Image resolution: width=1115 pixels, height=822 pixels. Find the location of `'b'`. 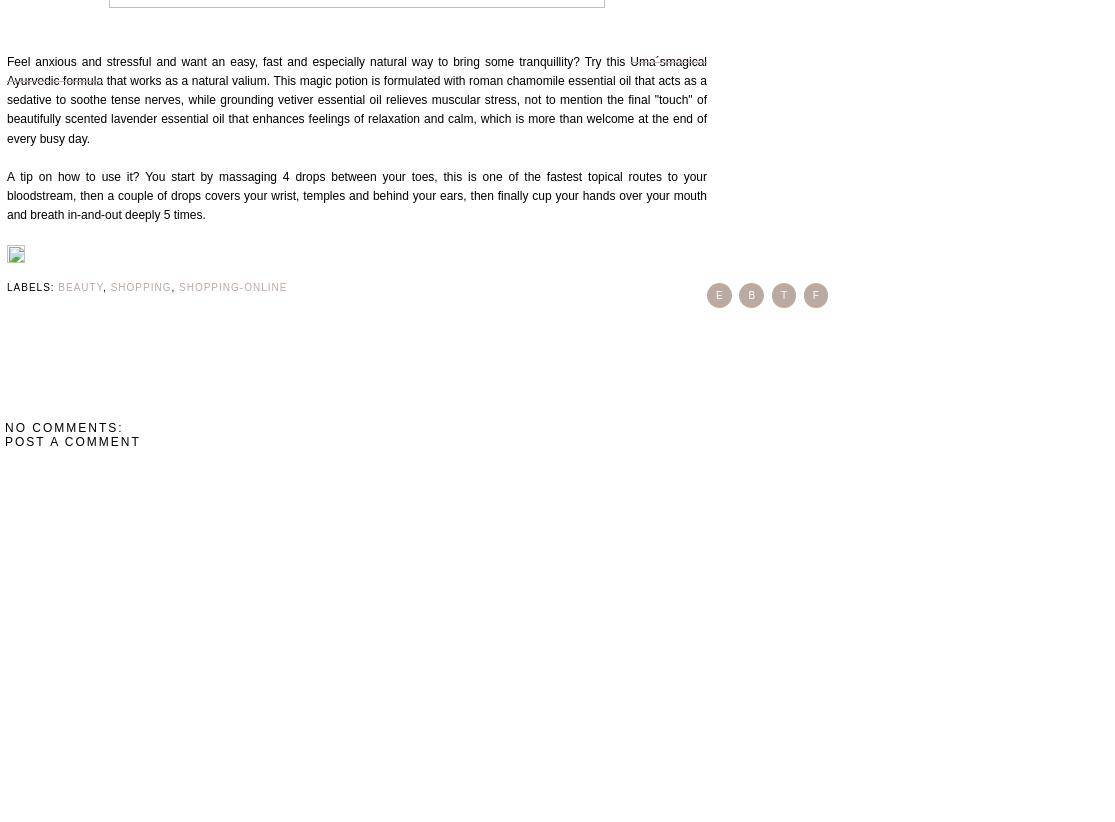

'b' is located at coordinates (751, 294).